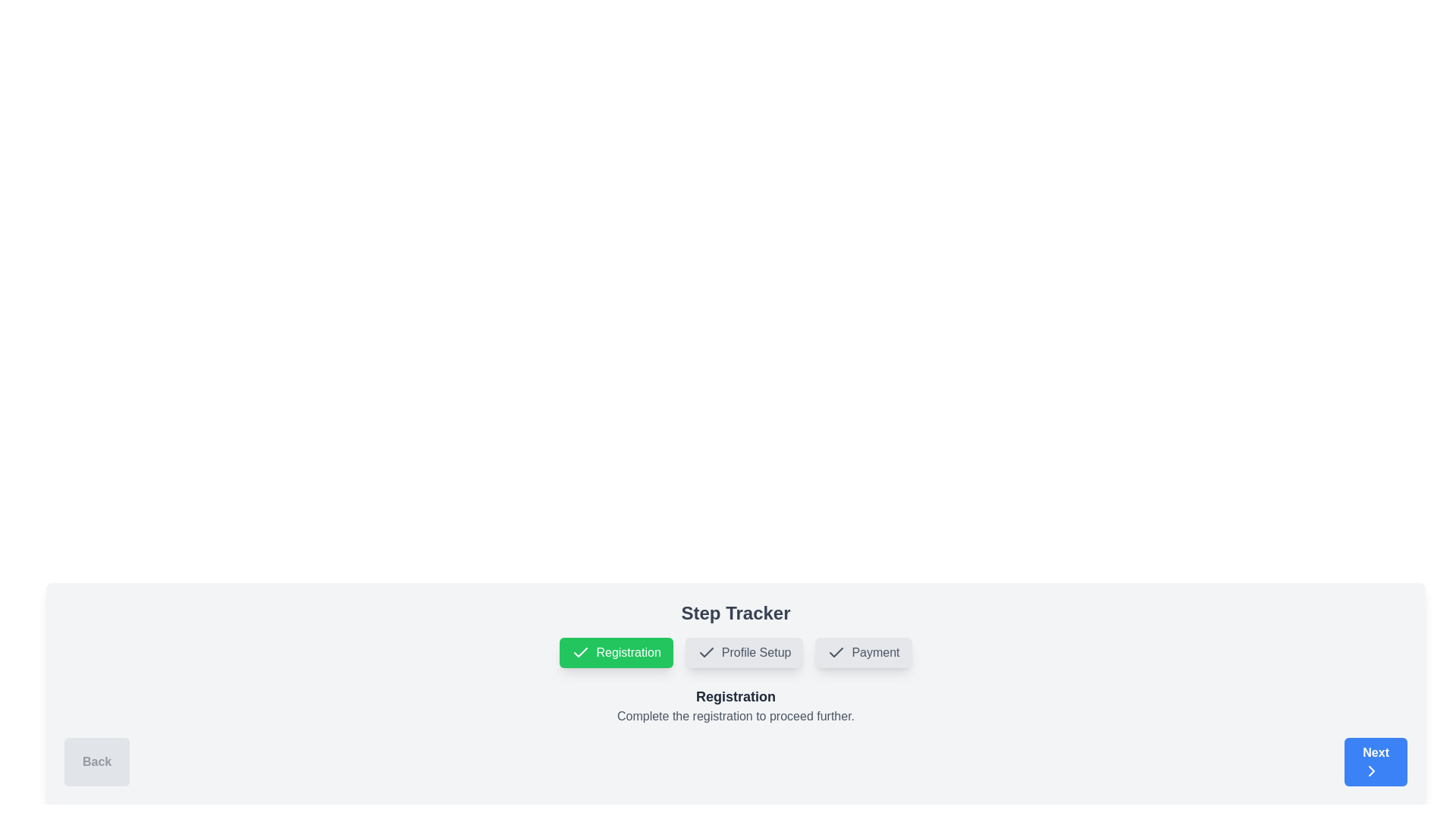 This screenshot has width=1456, height=819. I want to click on the 'Profile Setup' step in the horizontal step indicator group, which is the second item out of three, located near the center of the bottom section of the interface, so click(756, 651).